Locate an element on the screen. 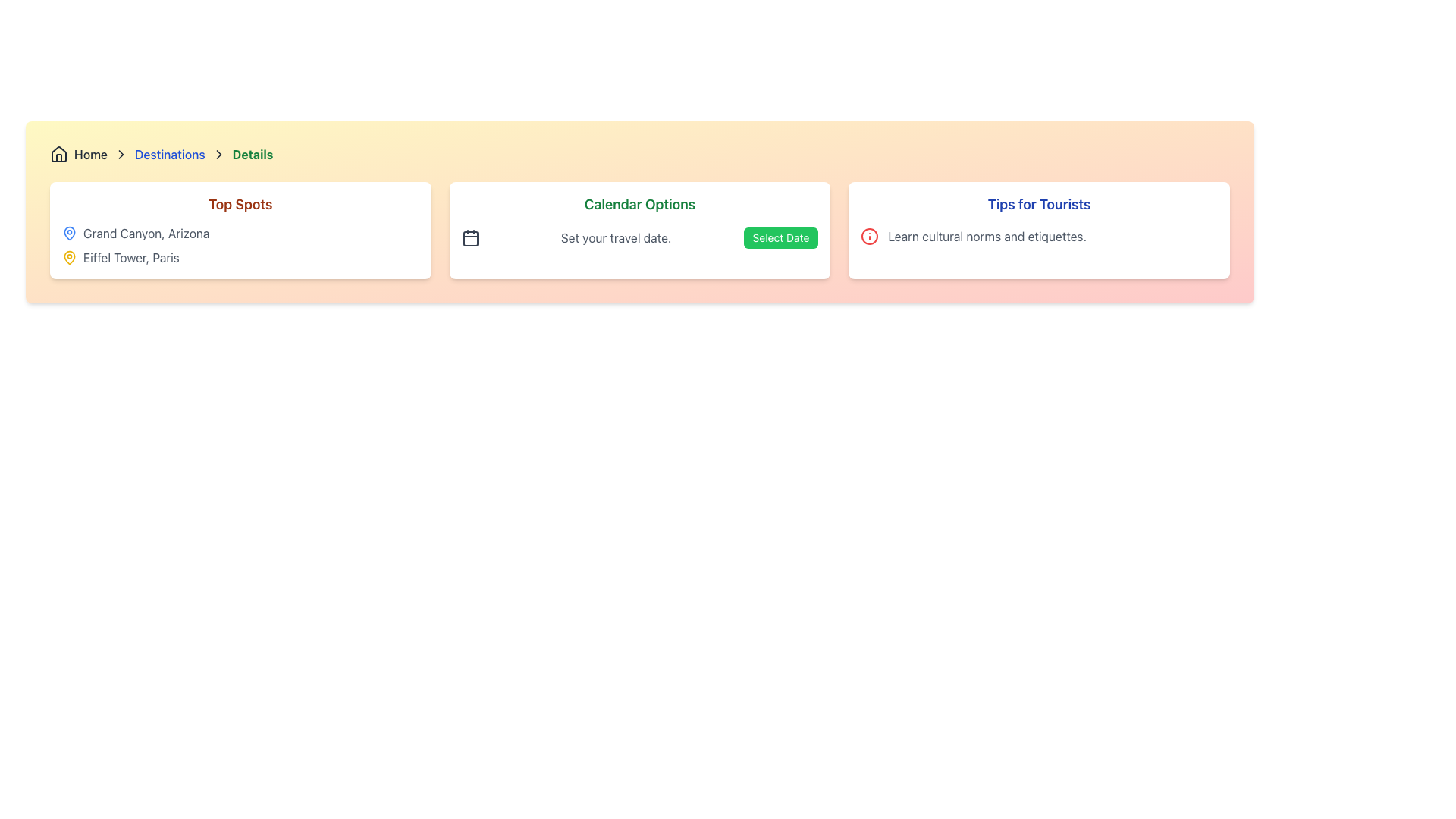 This screenshot has height=819, width=1456. the text label that reads 'Learn cultural norms and etiquettes.' located in the rightmost card panel labeled 'Tips for Tourists' is located at coordinates (987, 237).